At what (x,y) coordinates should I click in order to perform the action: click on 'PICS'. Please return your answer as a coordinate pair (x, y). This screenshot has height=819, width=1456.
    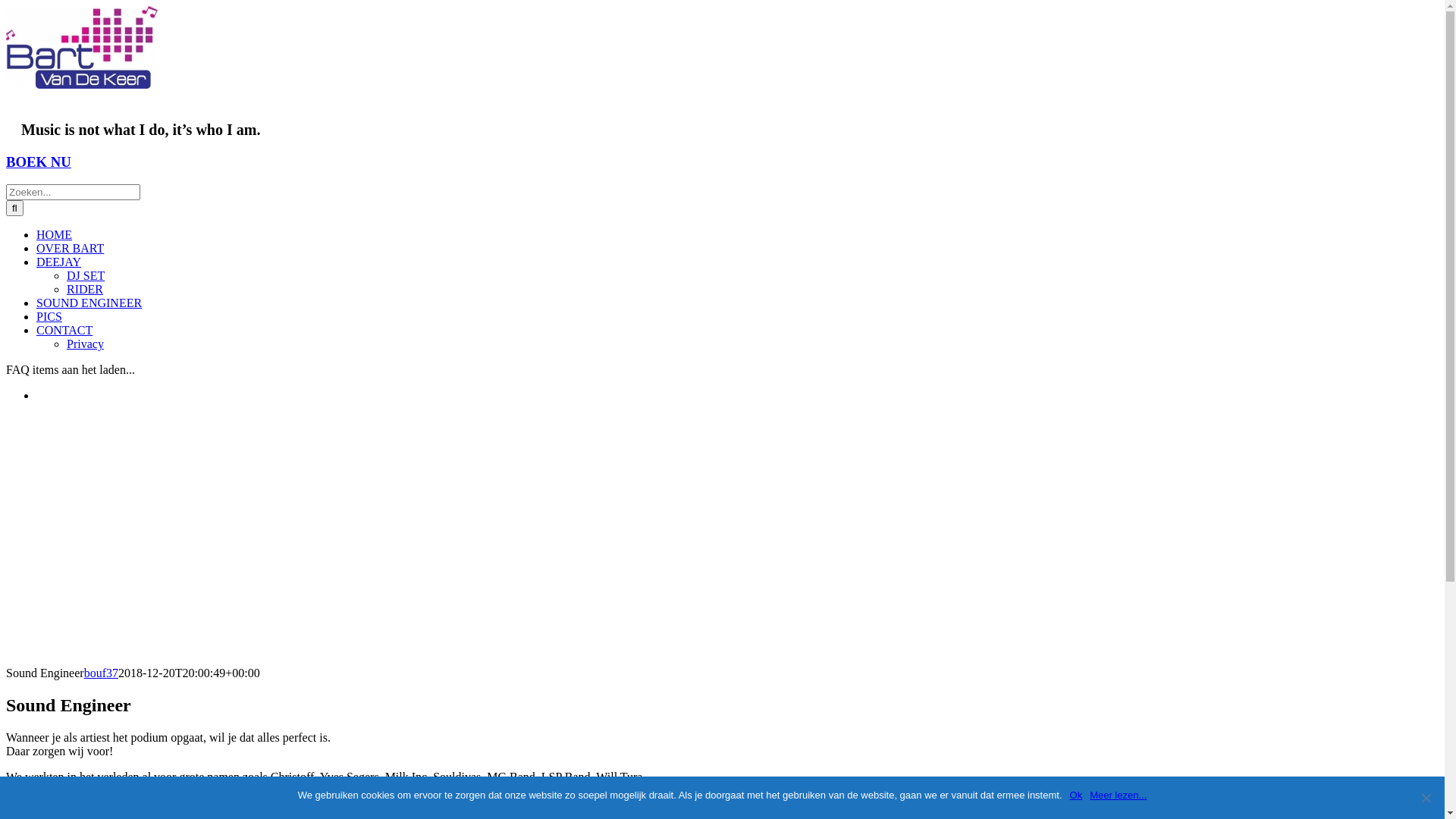
    Looking at the image, I should click on (49, 315).